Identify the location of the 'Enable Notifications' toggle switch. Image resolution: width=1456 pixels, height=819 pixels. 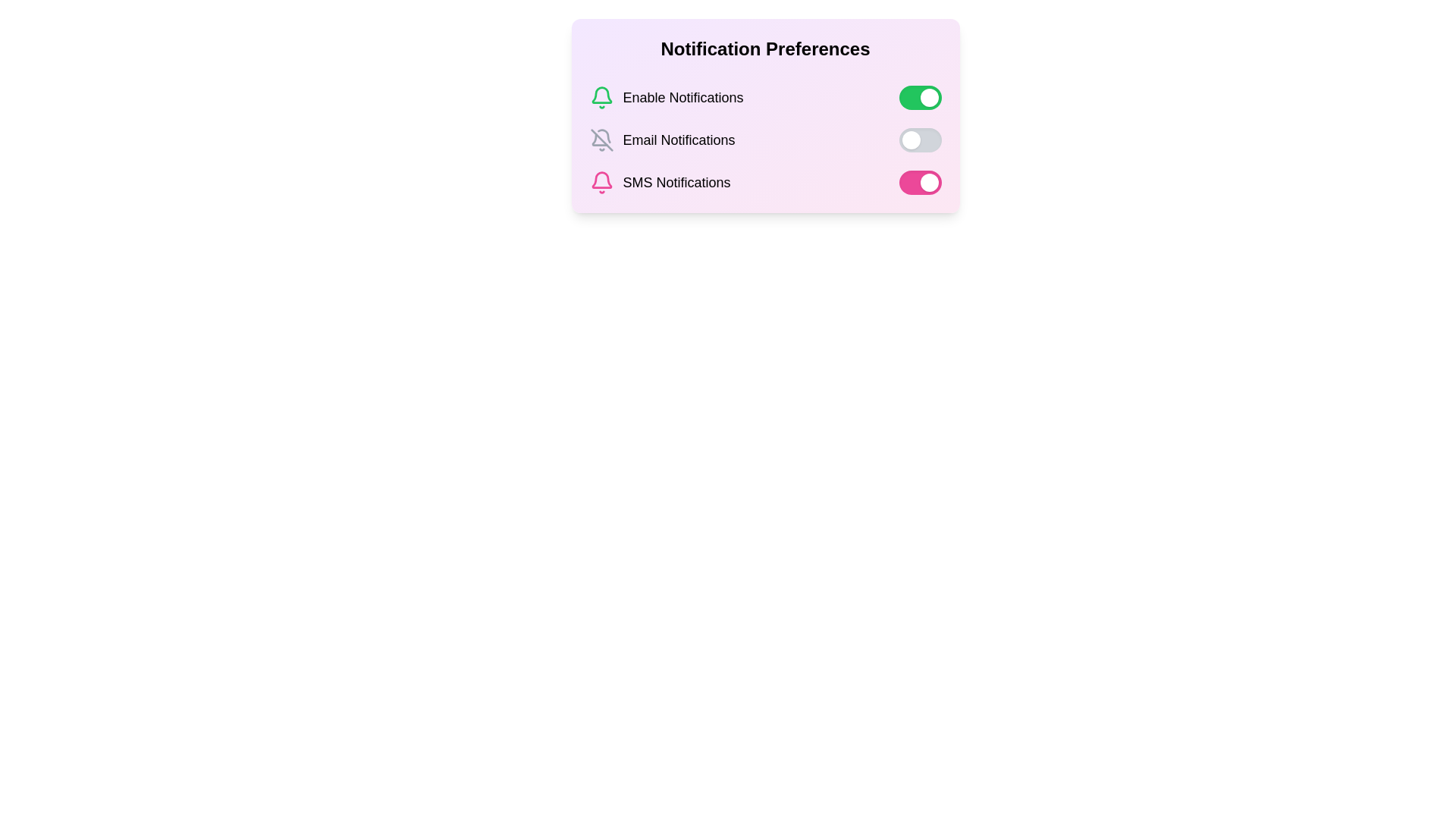
(765, 97).